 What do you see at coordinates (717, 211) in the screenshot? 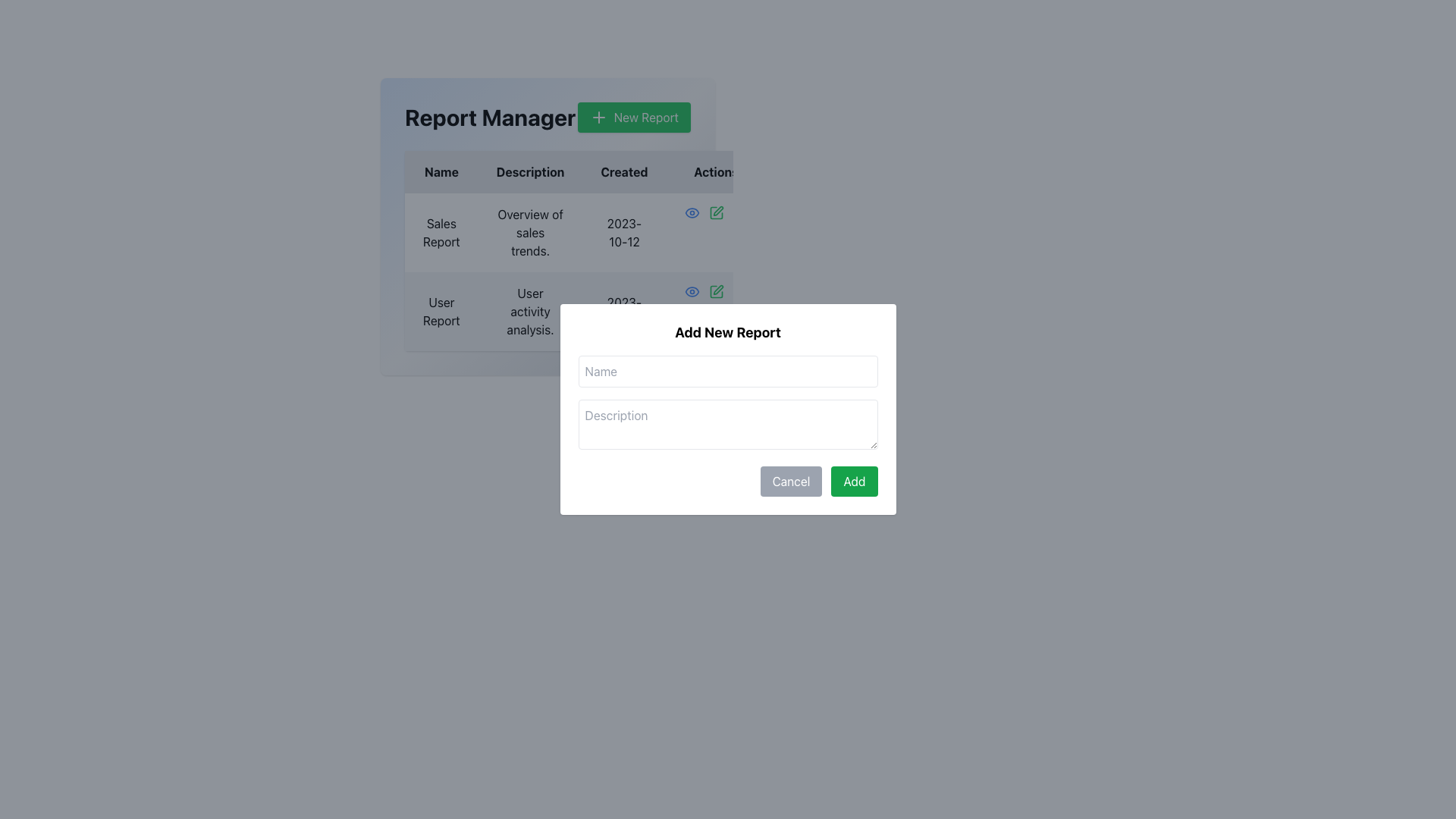
I see `the pen icon in the 'Actions' column of the 'Report Manager' table to initiate the editing action for the 'Sales Report' entry` at bounding box center [717, 211].